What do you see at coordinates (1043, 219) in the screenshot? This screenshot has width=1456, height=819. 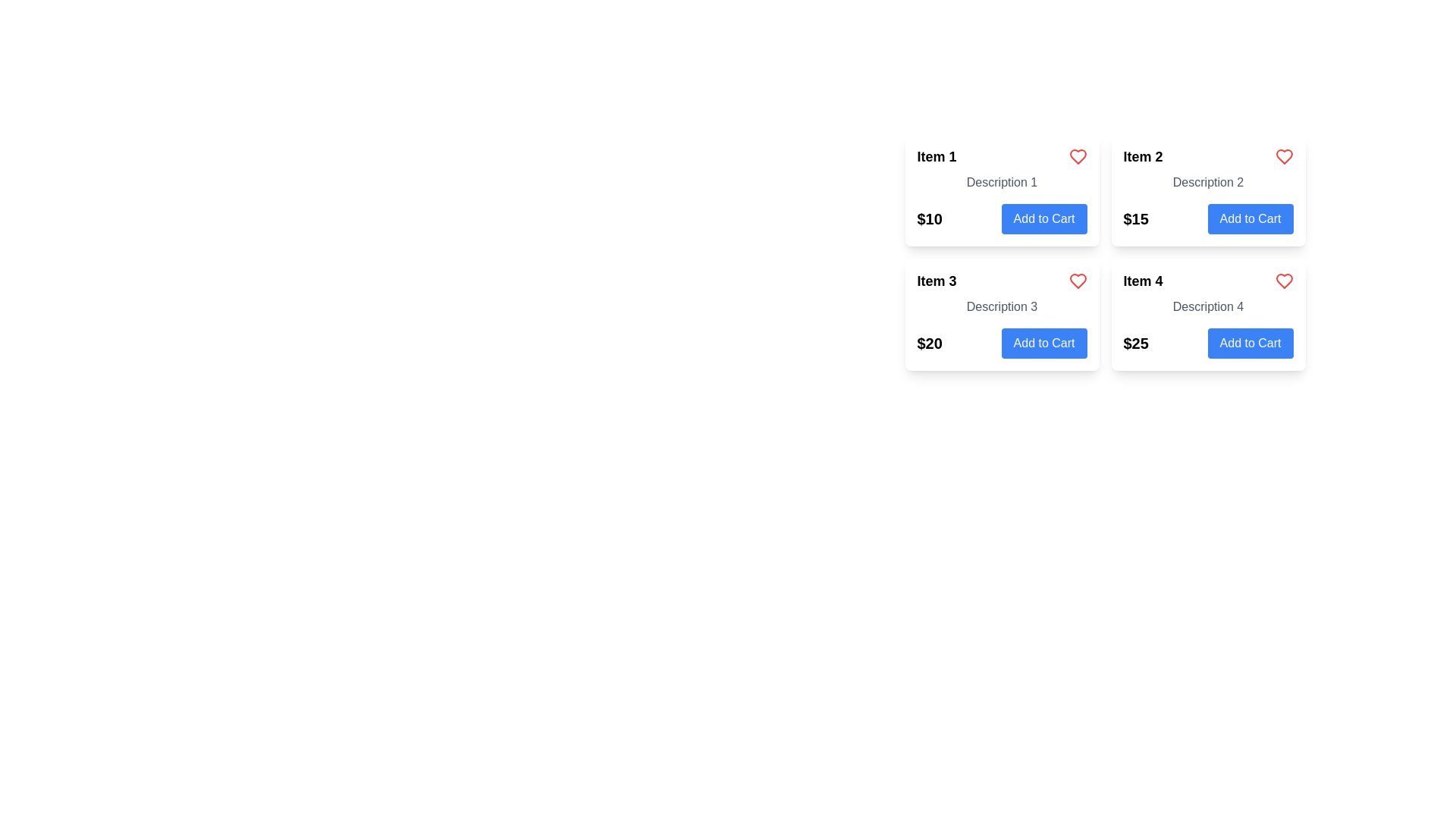 I see `the button located beneath the price of '$10' in the first column of the item grid` at bounding box center [1043, 219].